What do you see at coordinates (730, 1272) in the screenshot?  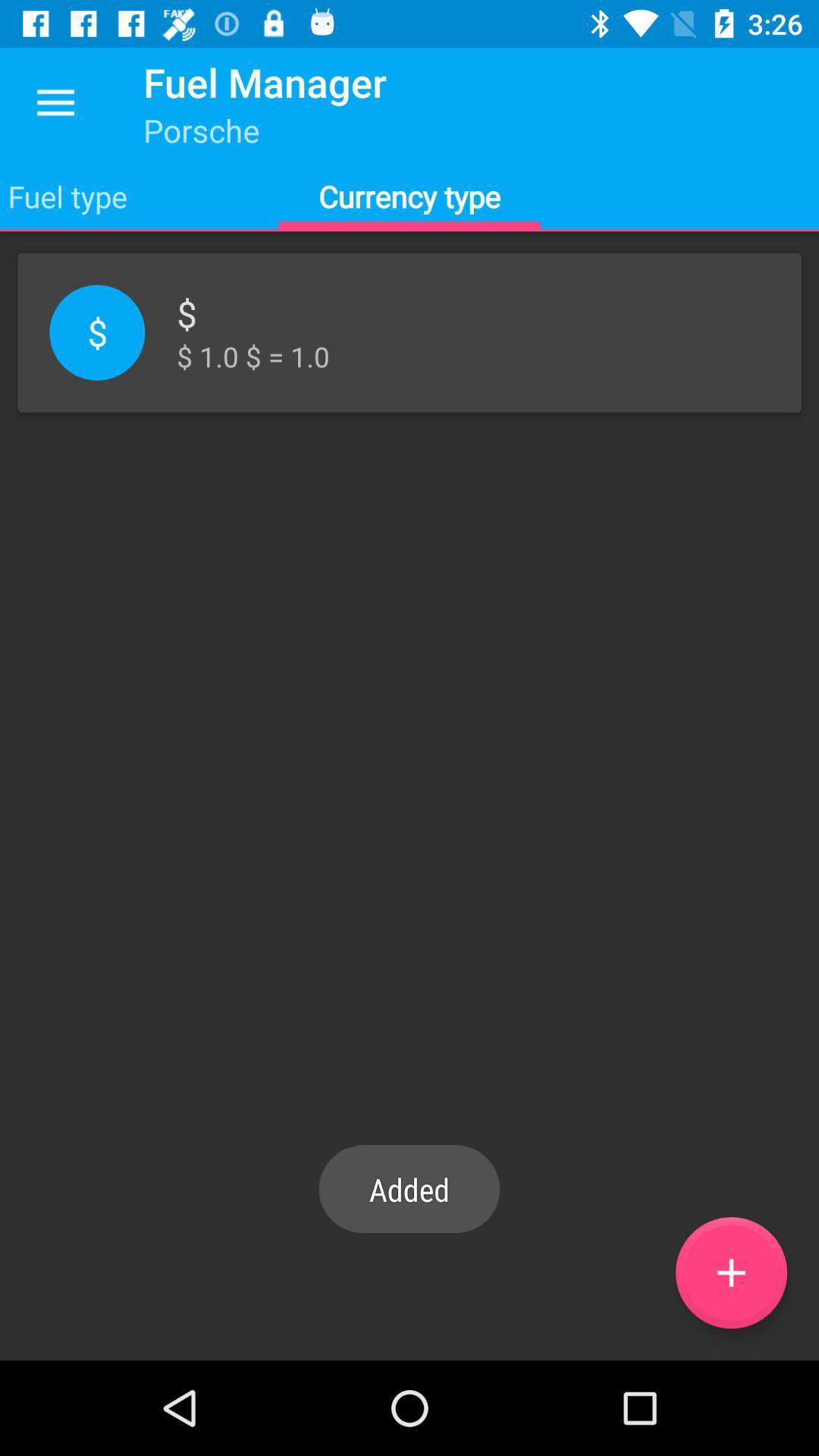 I see `the icon at the bottom right corner` at bounding box center [730, 1272].